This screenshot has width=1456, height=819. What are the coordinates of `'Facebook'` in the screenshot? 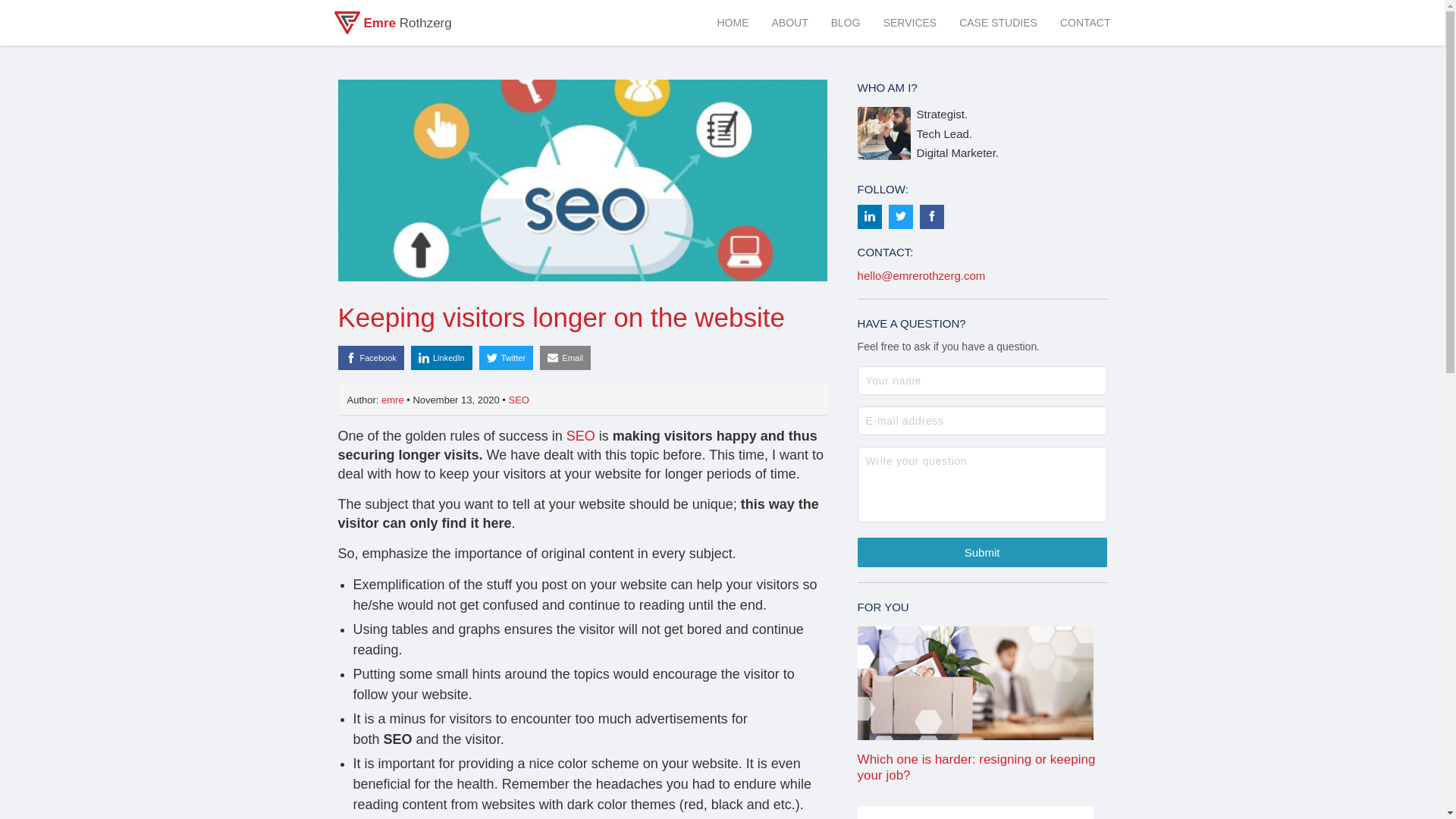 It's located at (371, 357).